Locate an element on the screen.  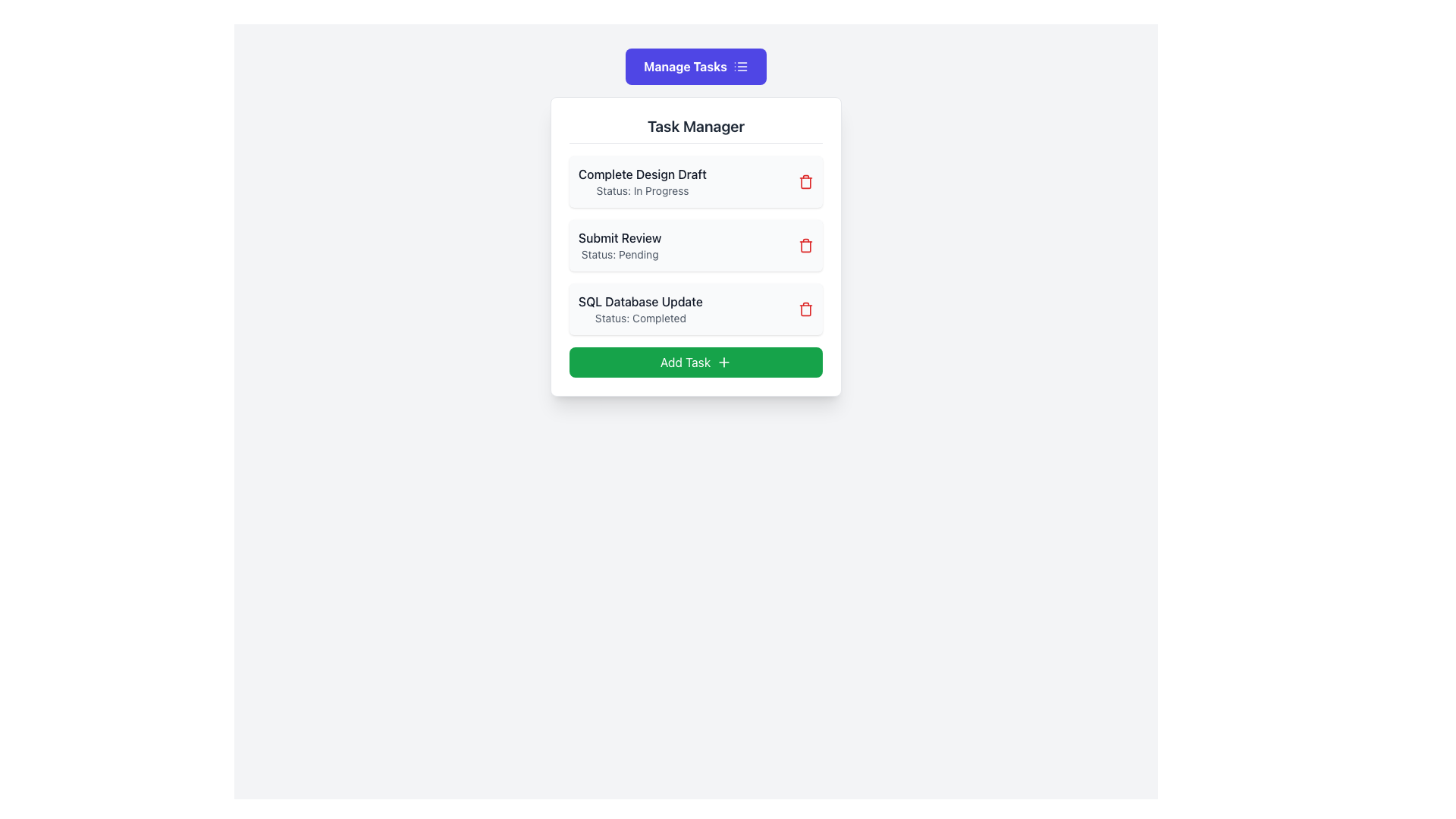
the trash can icon located in the top right corner of the third list item labeled 'SQL Database Update' in the 'Task Manager' card is located at coordinates (805, 309).